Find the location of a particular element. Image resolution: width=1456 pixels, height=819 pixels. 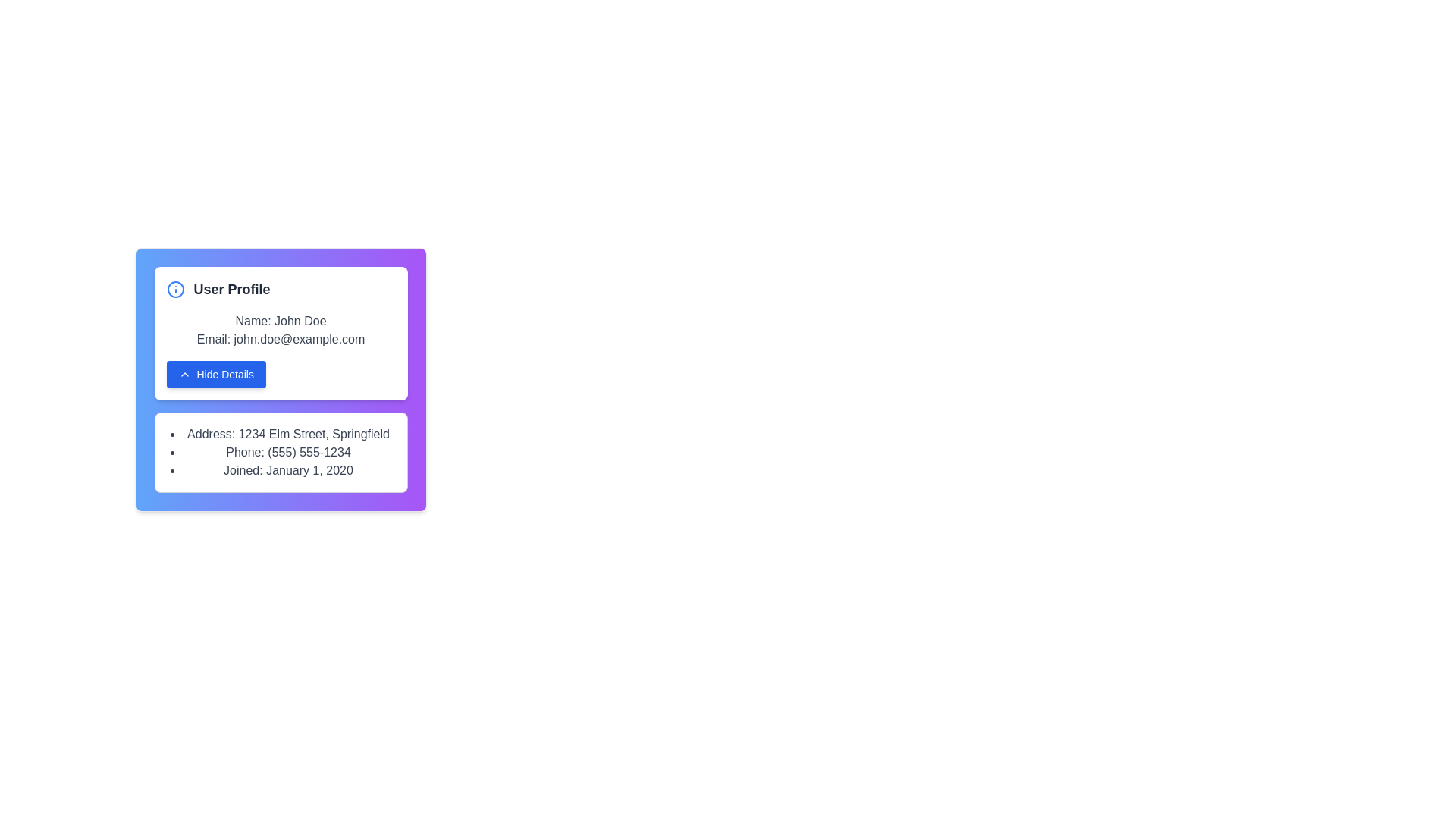

the Text Section displaying the address, phone number, and joining date, located within the 'User Profile' component, below the 'Hide Details' button is located at coordinates (281, 452).